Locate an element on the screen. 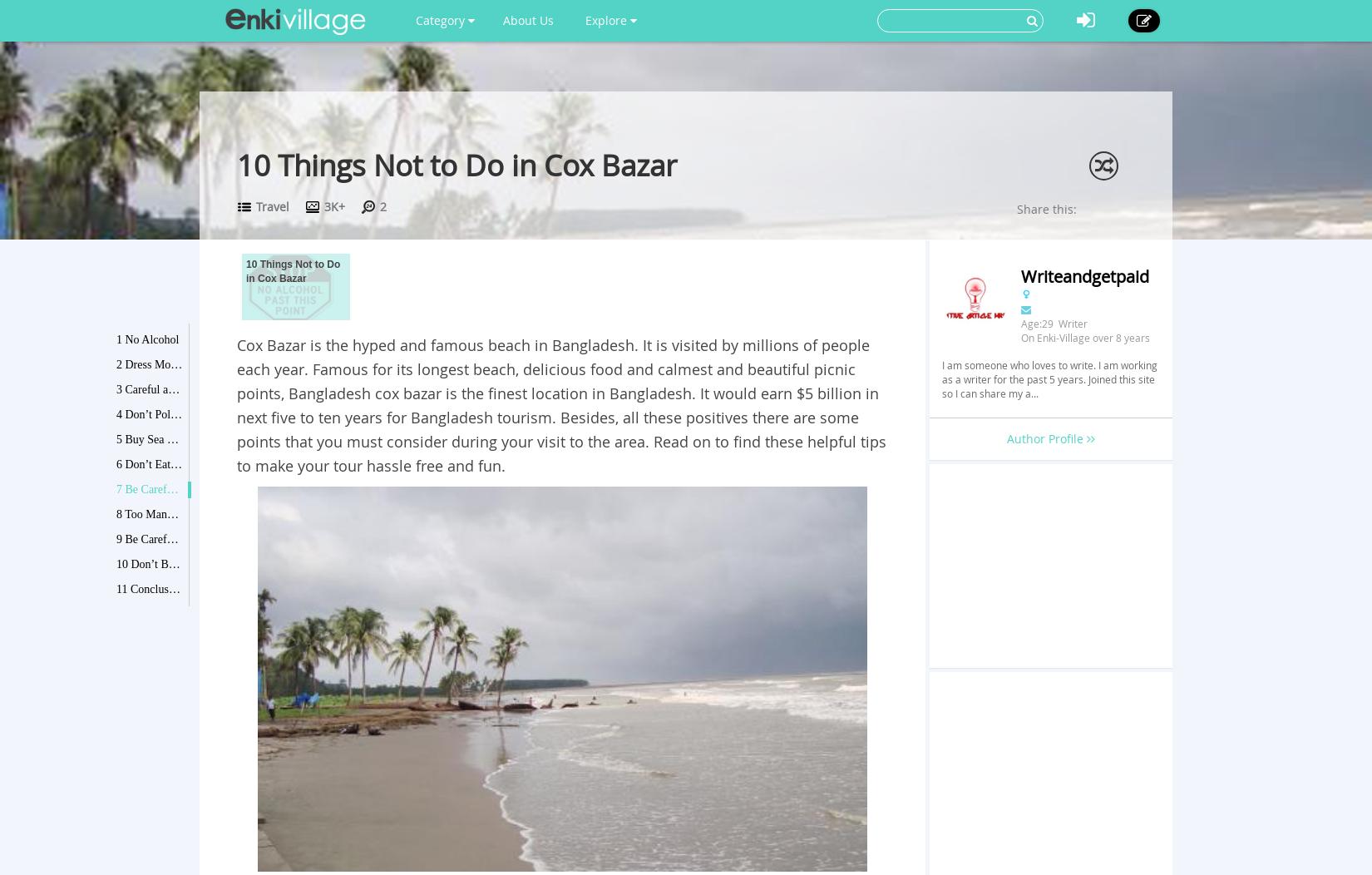 The image size is (1372, 875). '3K+' is located at coordinates (324, 205).